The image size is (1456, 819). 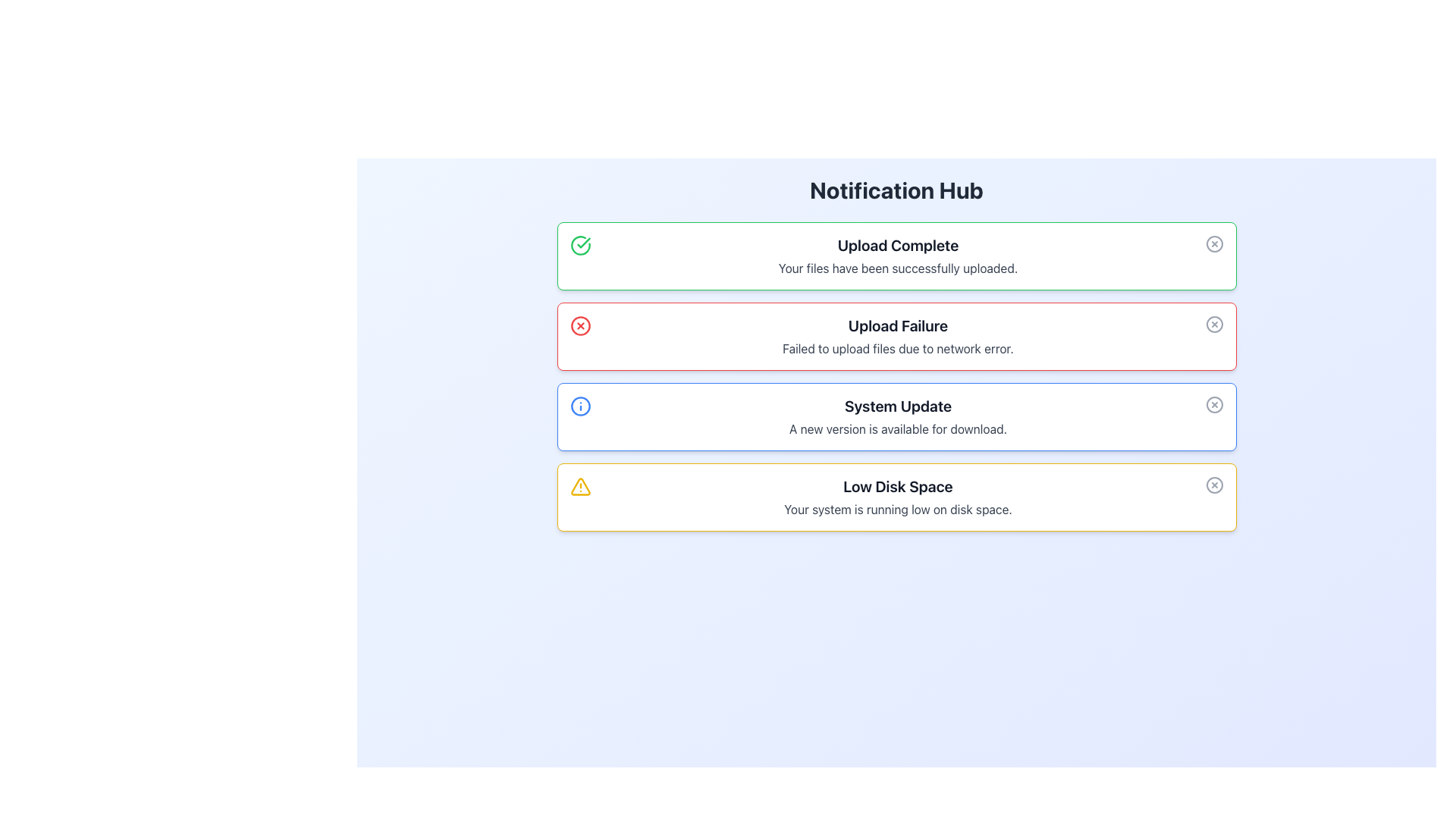 I want to click on the Textual Notification indicating low disk space, which is the fourth notification card in the list, positioned beneath the 'System Update' notification, so click(x=898, y=497).